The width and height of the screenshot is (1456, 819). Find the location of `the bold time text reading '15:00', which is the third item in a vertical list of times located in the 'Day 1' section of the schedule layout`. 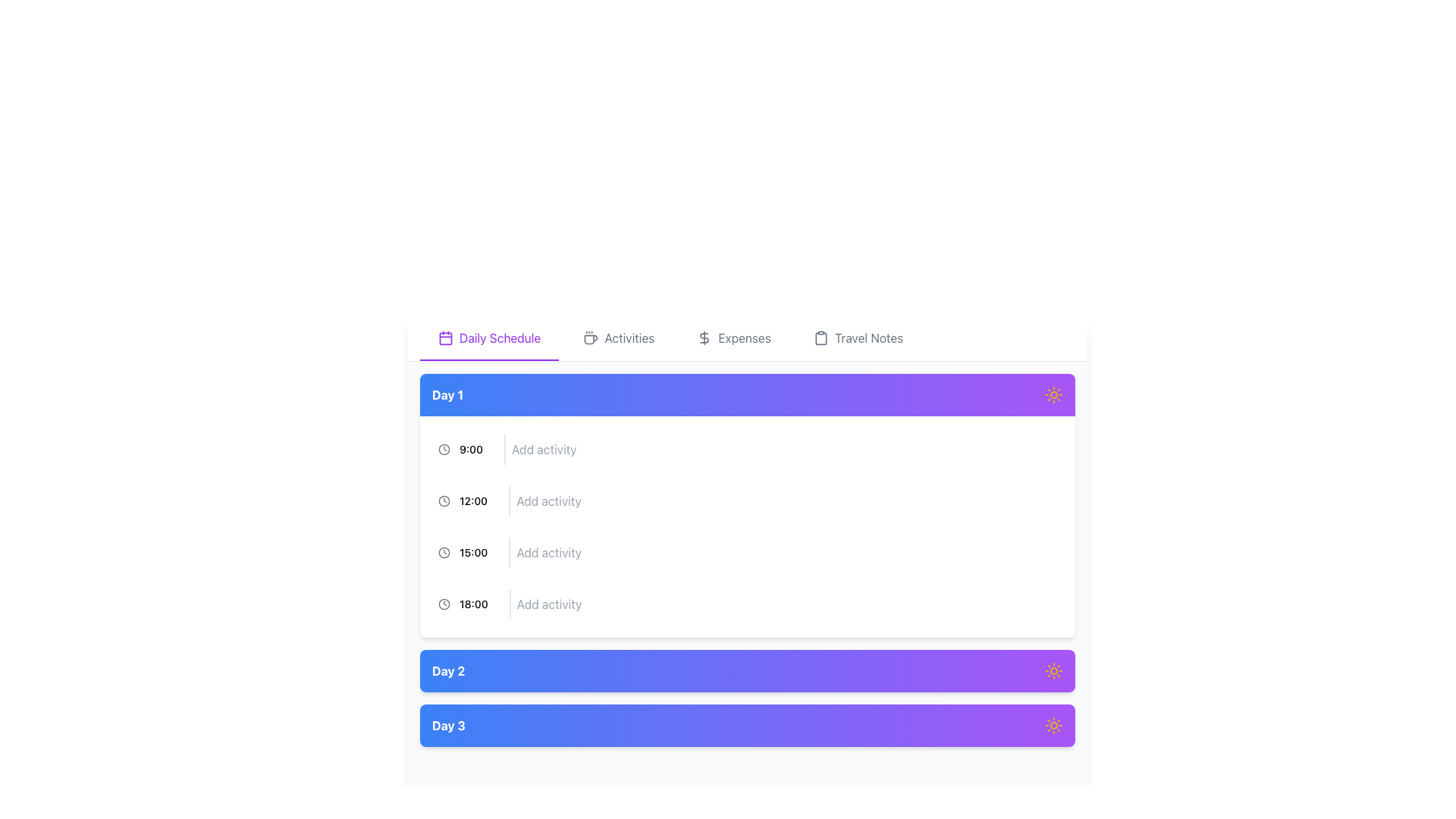

the bold time text reading '15:00', which is the third item in a vertical list of times located in the 'Day 1' section of the schedule layout is located at coordinates (472, 553).